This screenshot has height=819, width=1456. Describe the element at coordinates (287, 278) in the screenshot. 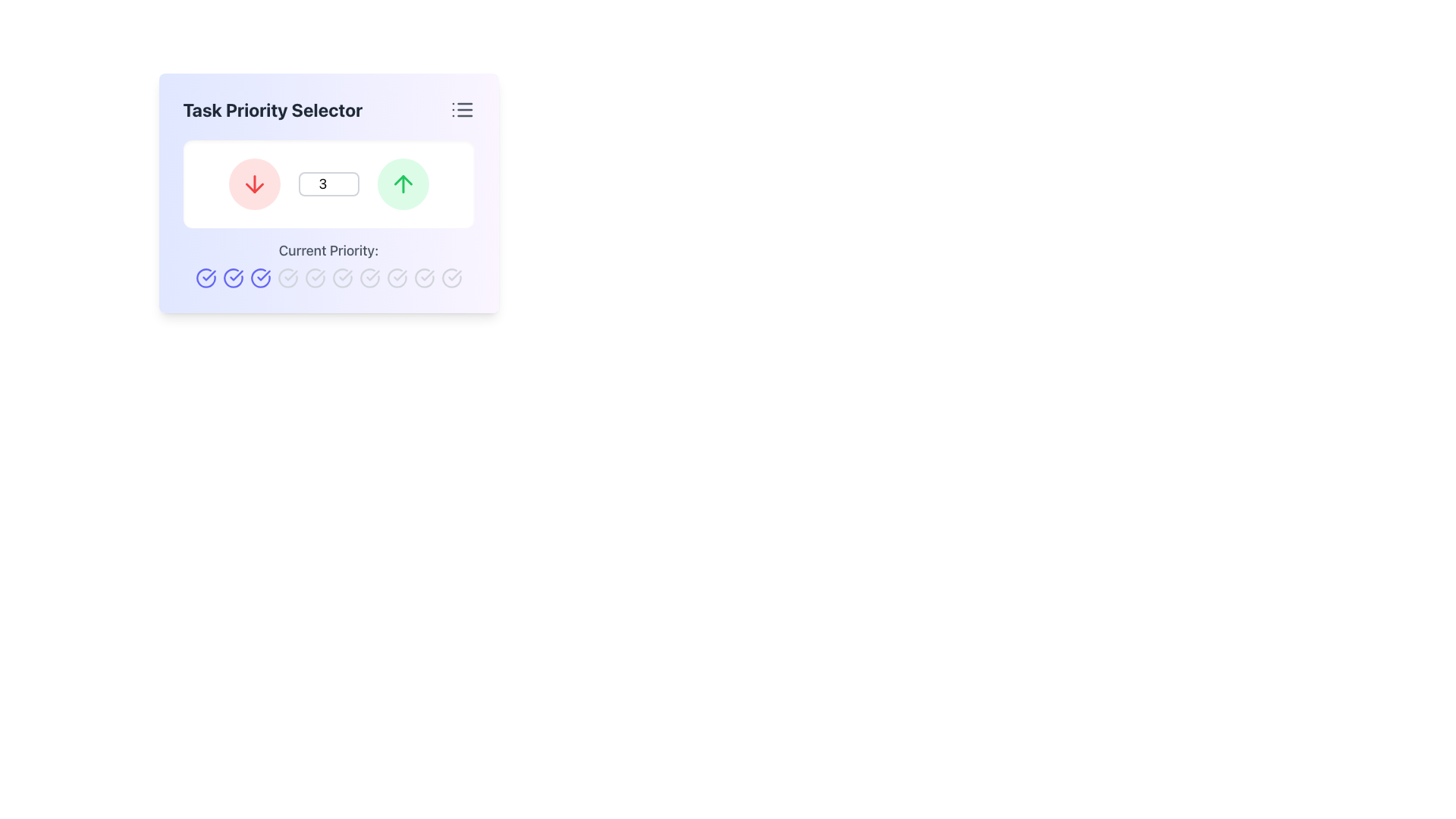

I see `the fourth circular icon in the 'Current Priority' section, which represents a specific priority state in the task priority selection interface` at that location.